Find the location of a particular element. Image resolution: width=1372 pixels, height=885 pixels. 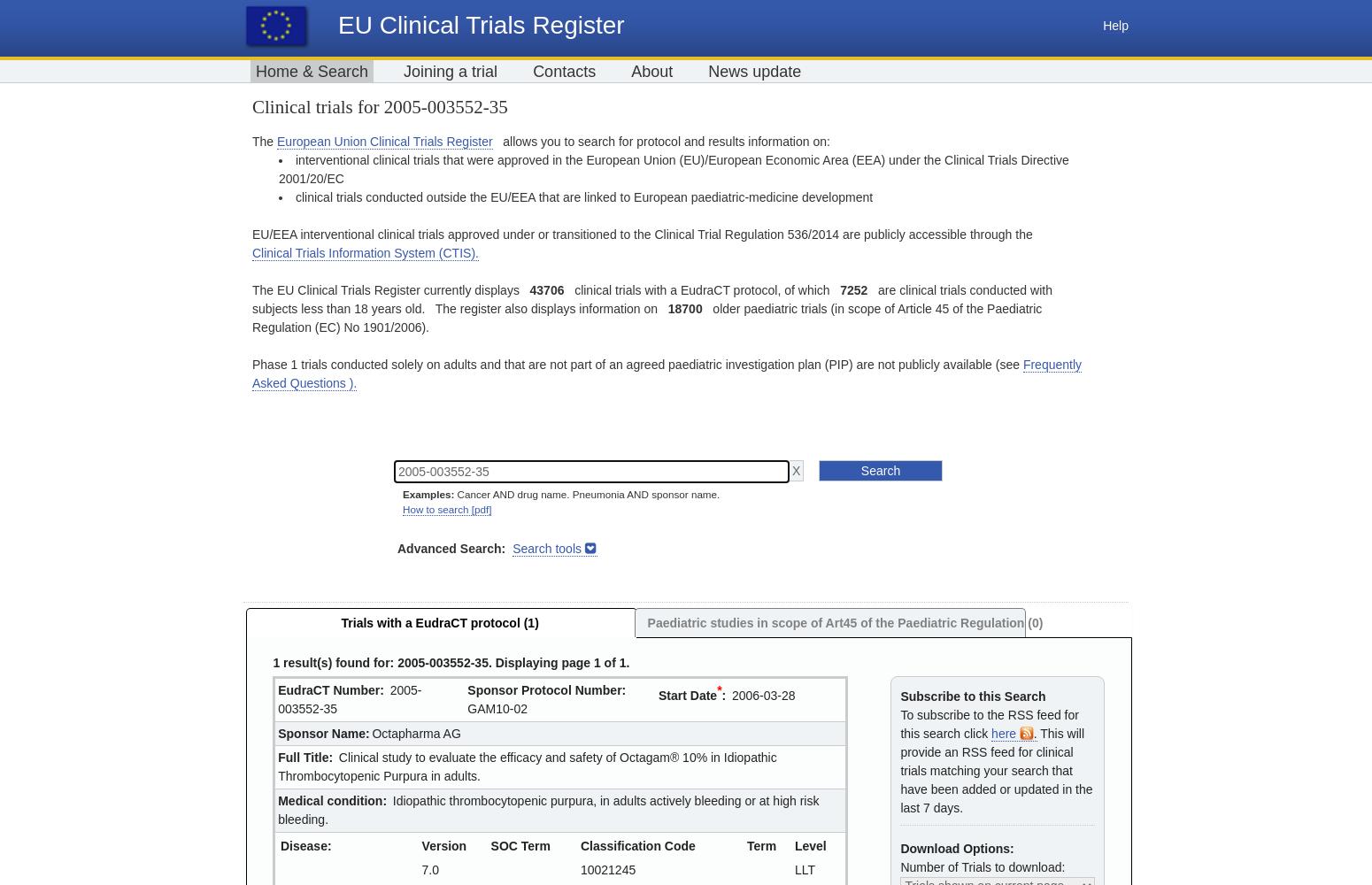

'Start Date' is located at coordinates (659, 695).